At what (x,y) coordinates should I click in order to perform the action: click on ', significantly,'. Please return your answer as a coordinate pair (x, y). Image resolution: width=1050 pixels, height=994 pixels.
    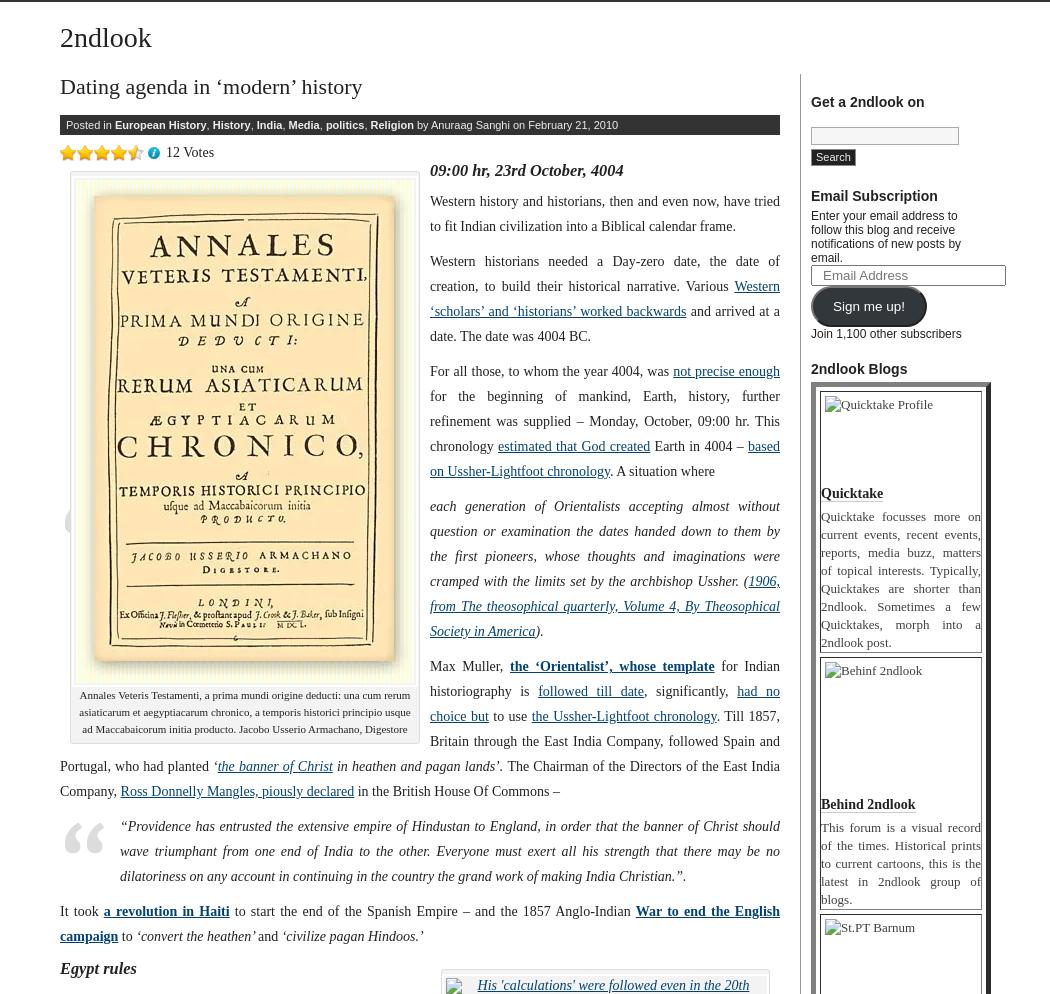
    Looking at the image, I should click on (689, 690).